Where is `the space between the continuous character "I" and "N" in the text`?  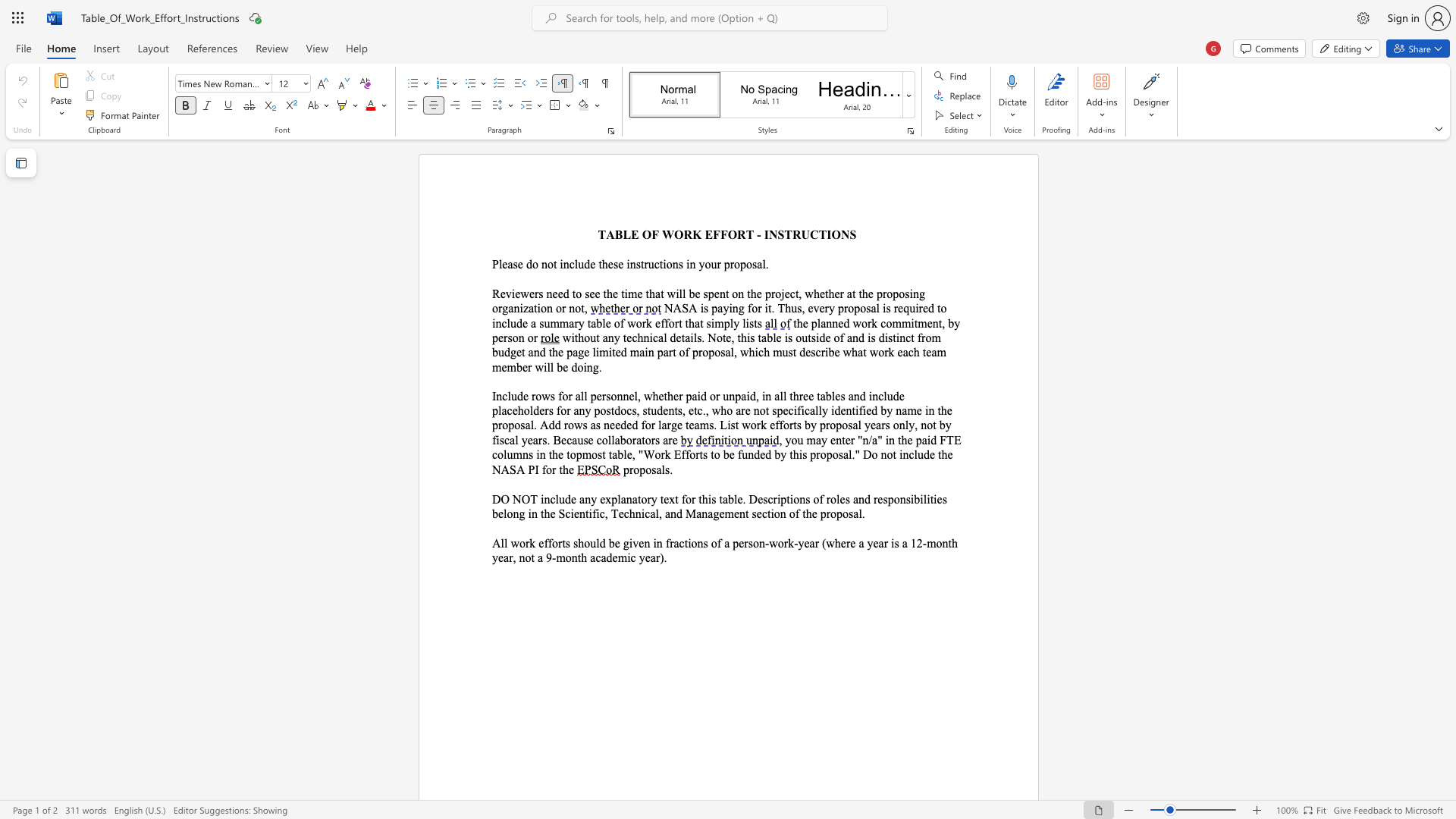
the space between the continuous character "I" and "N" in the text is located at coordinates (770, 234).